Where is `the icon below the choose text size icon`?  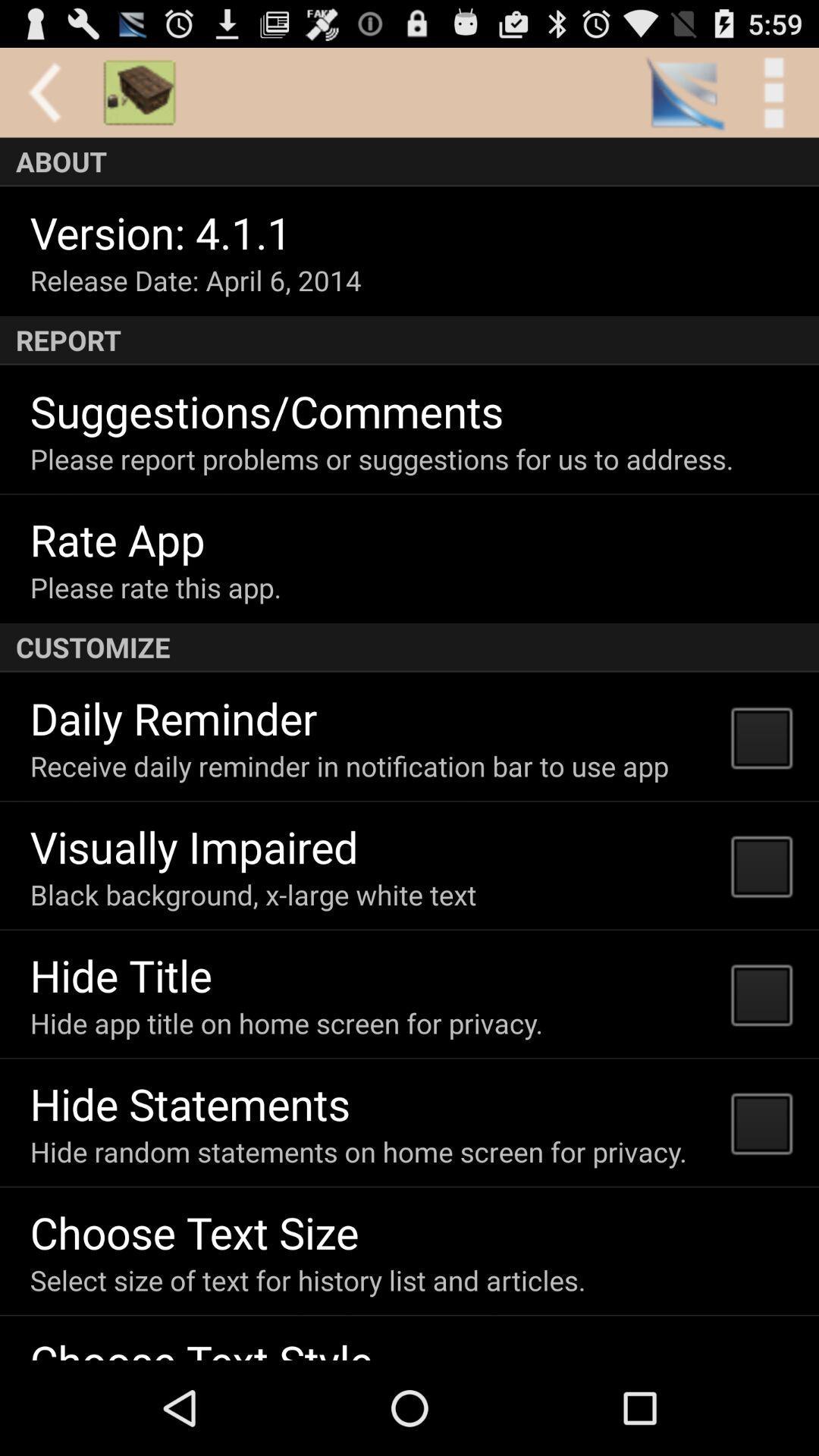 the icon below the choose text size icon is located at coordinates (307, 1279).